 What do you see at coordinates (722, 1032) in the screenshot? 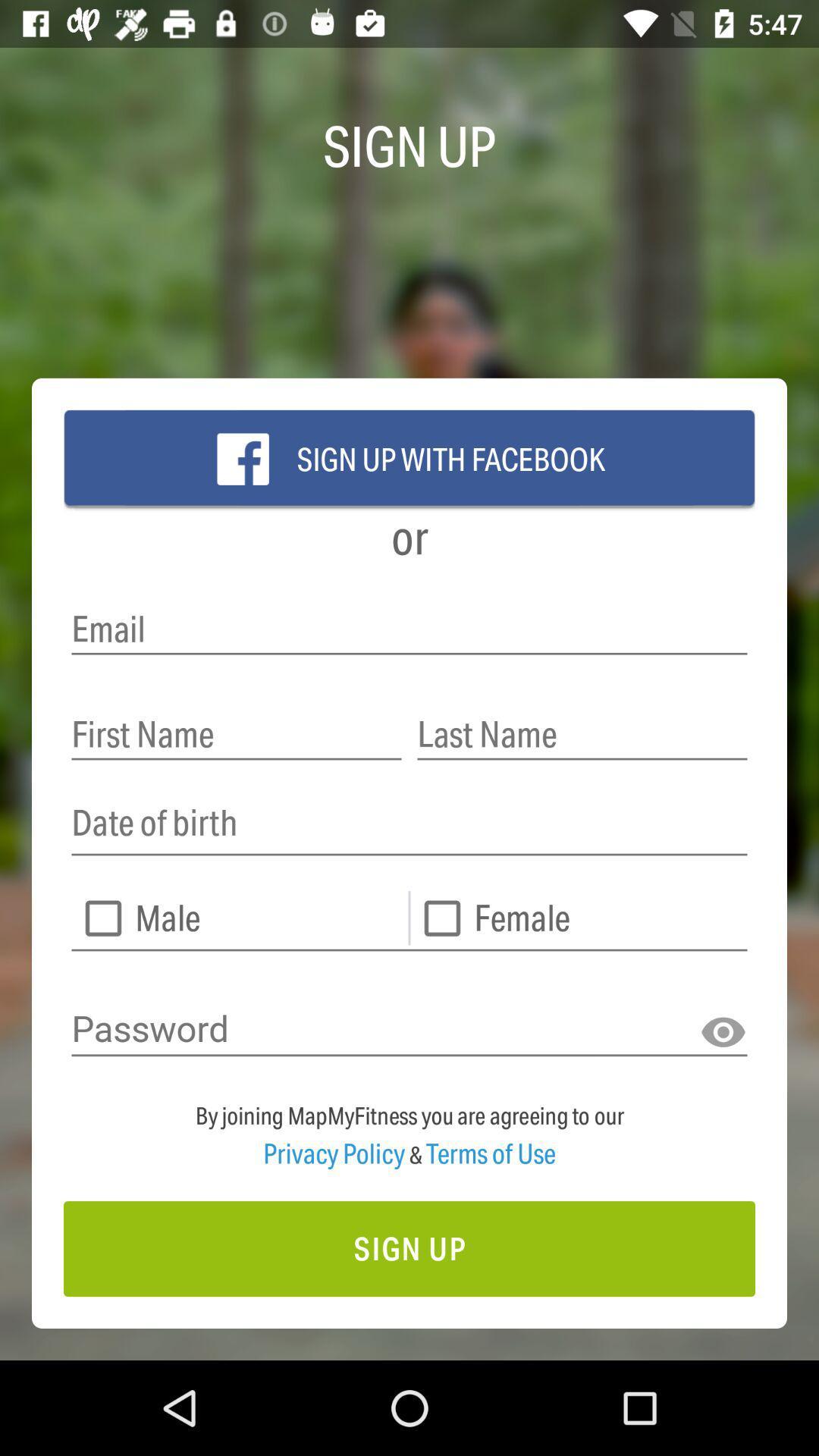
I see `the visibility icon` at bounding box center [722, 1032].